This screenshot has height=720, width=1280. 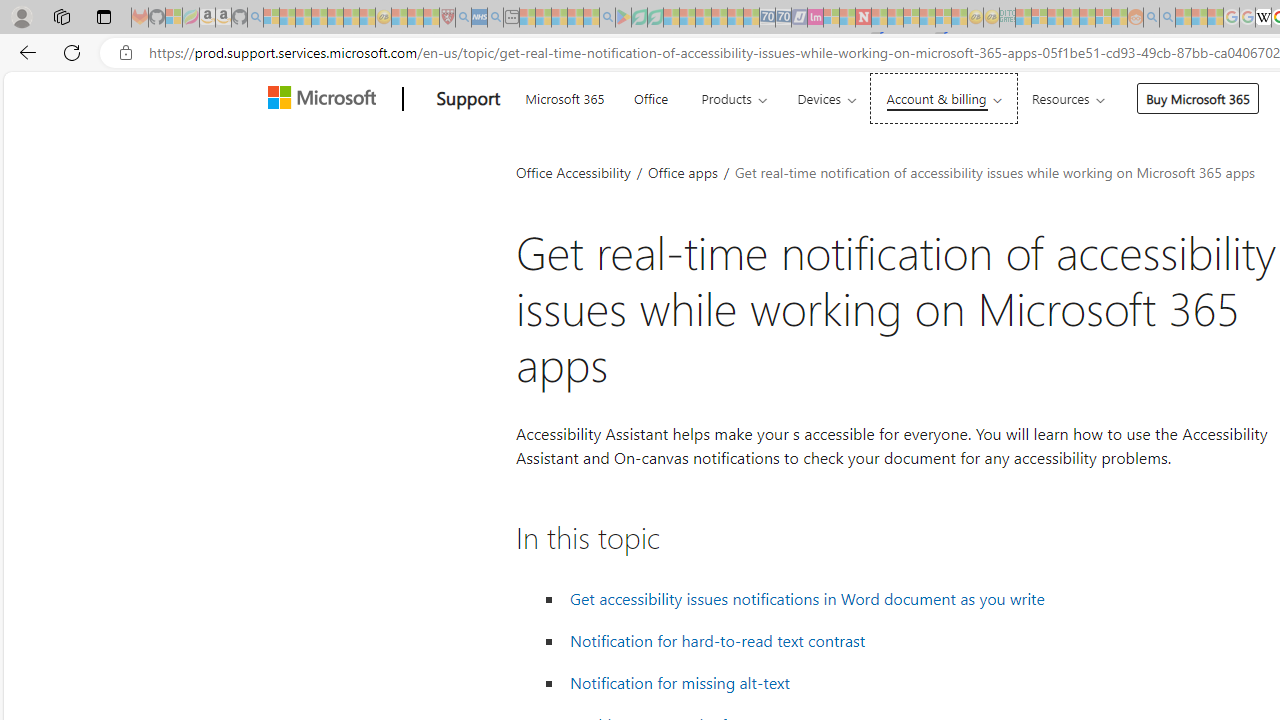 I want to click on 'MSNBC - MSN - Sleeping', so click(x=1023, y=17).